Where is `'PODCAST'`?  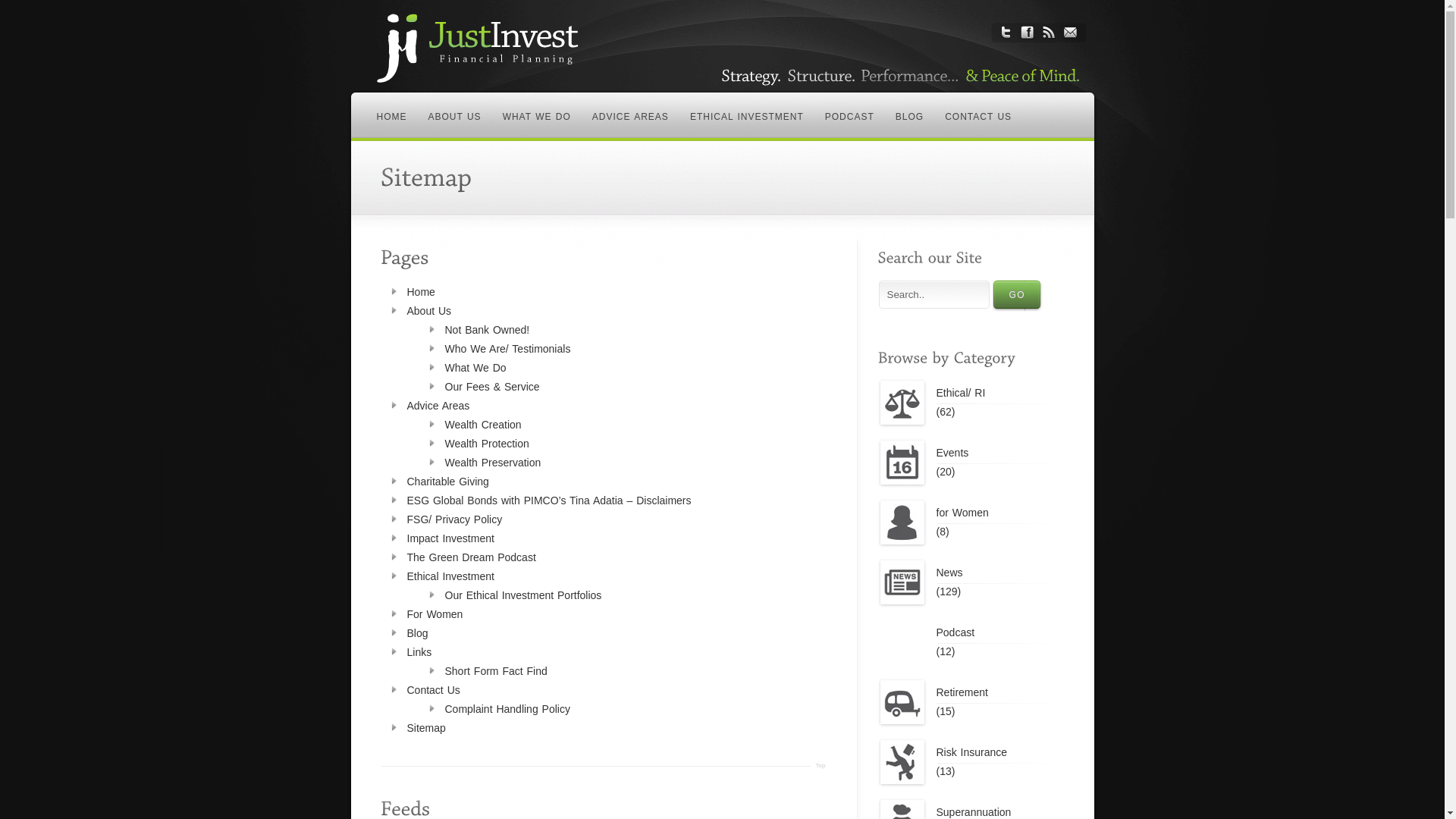 'PODCAST' is located at coordinates (849, 116).